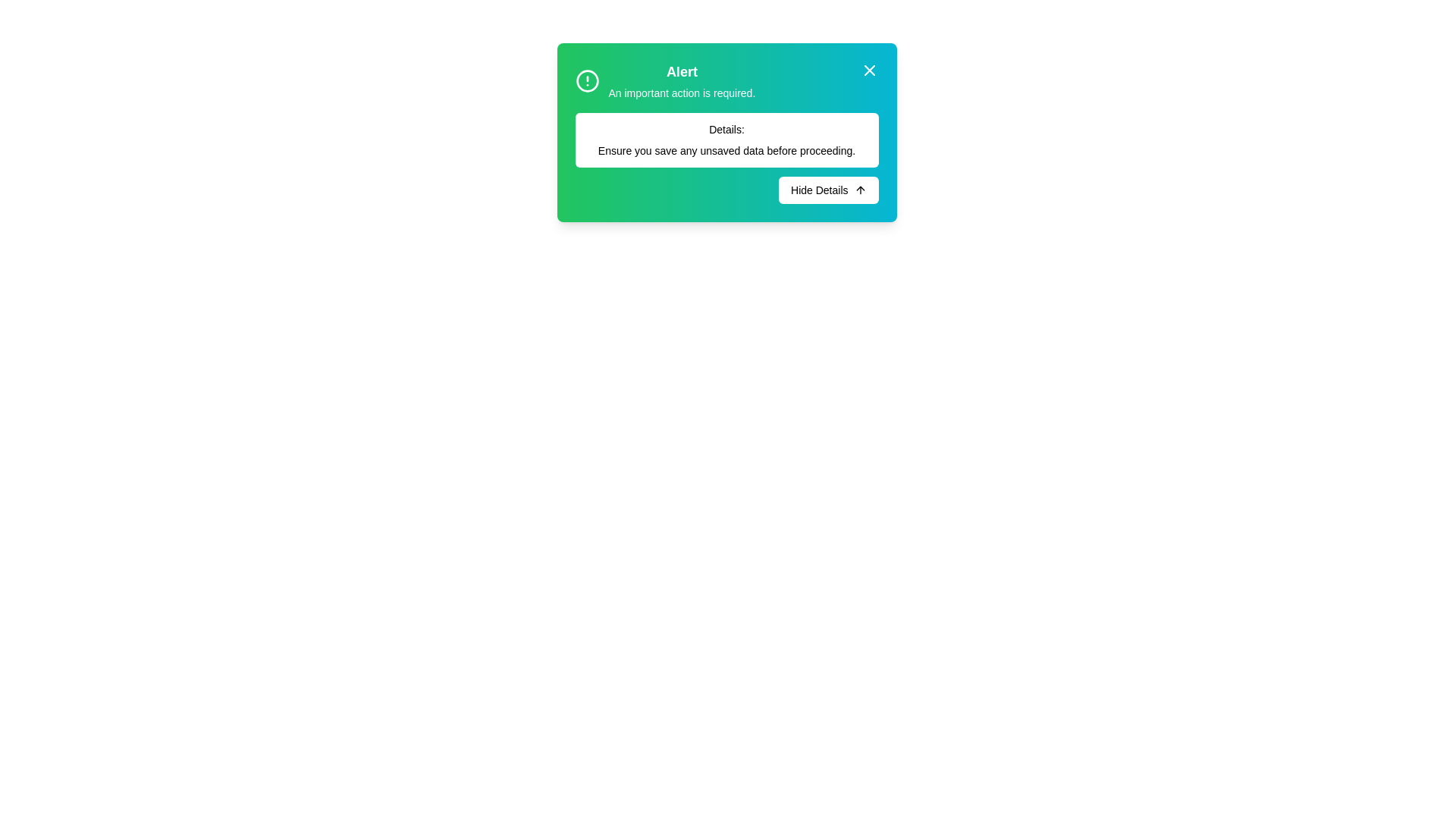 Image resolution: width=1456 pixels, height=819 pixels. I want to click on the button located at the bottom-right corner of the card, so click(726, 189).